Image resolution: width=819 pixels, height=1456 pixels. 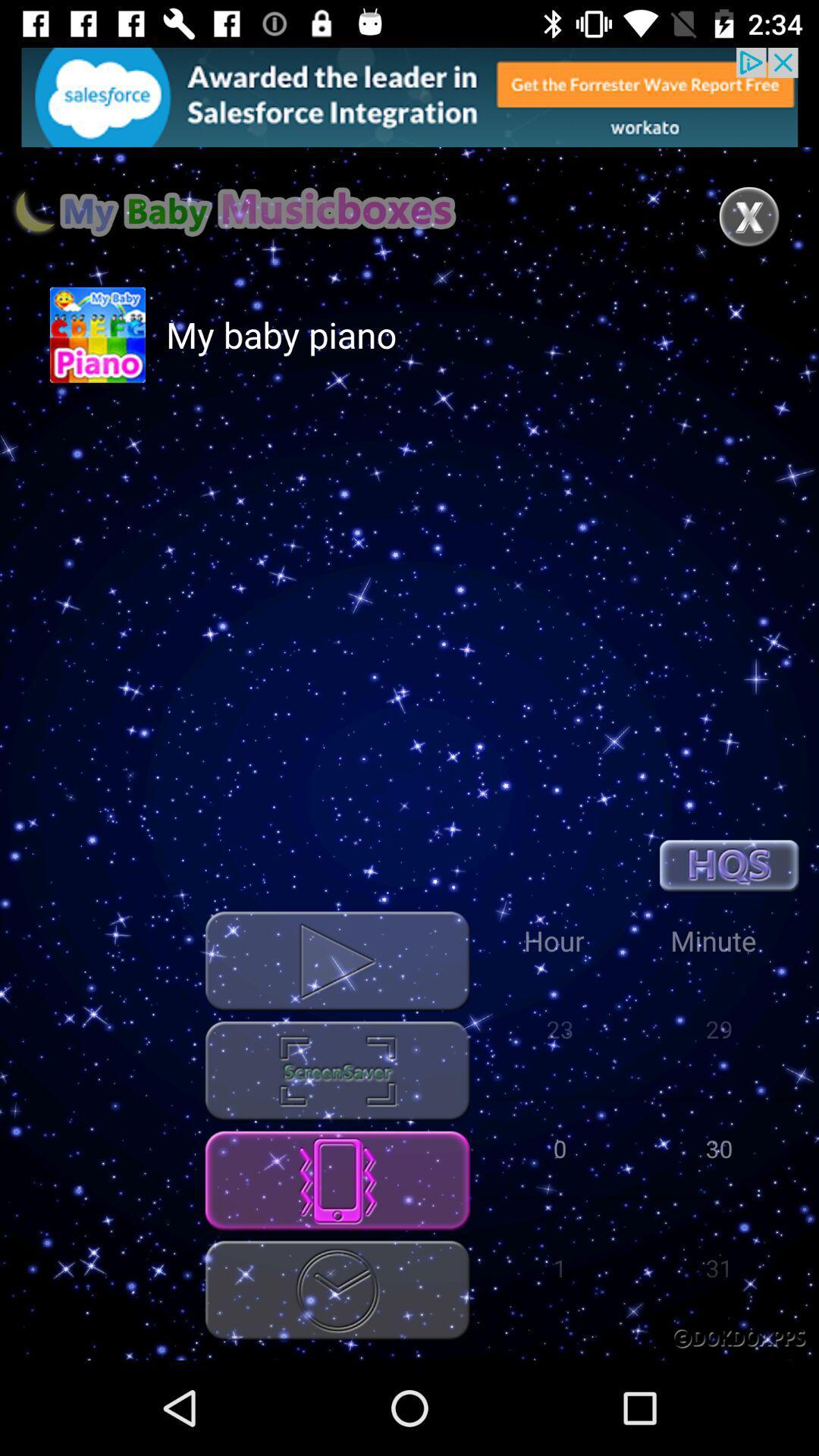 What do you see at coordinates (748, 216) in the screenshot?
I see `the close icon` at bounding box center [748, 216].